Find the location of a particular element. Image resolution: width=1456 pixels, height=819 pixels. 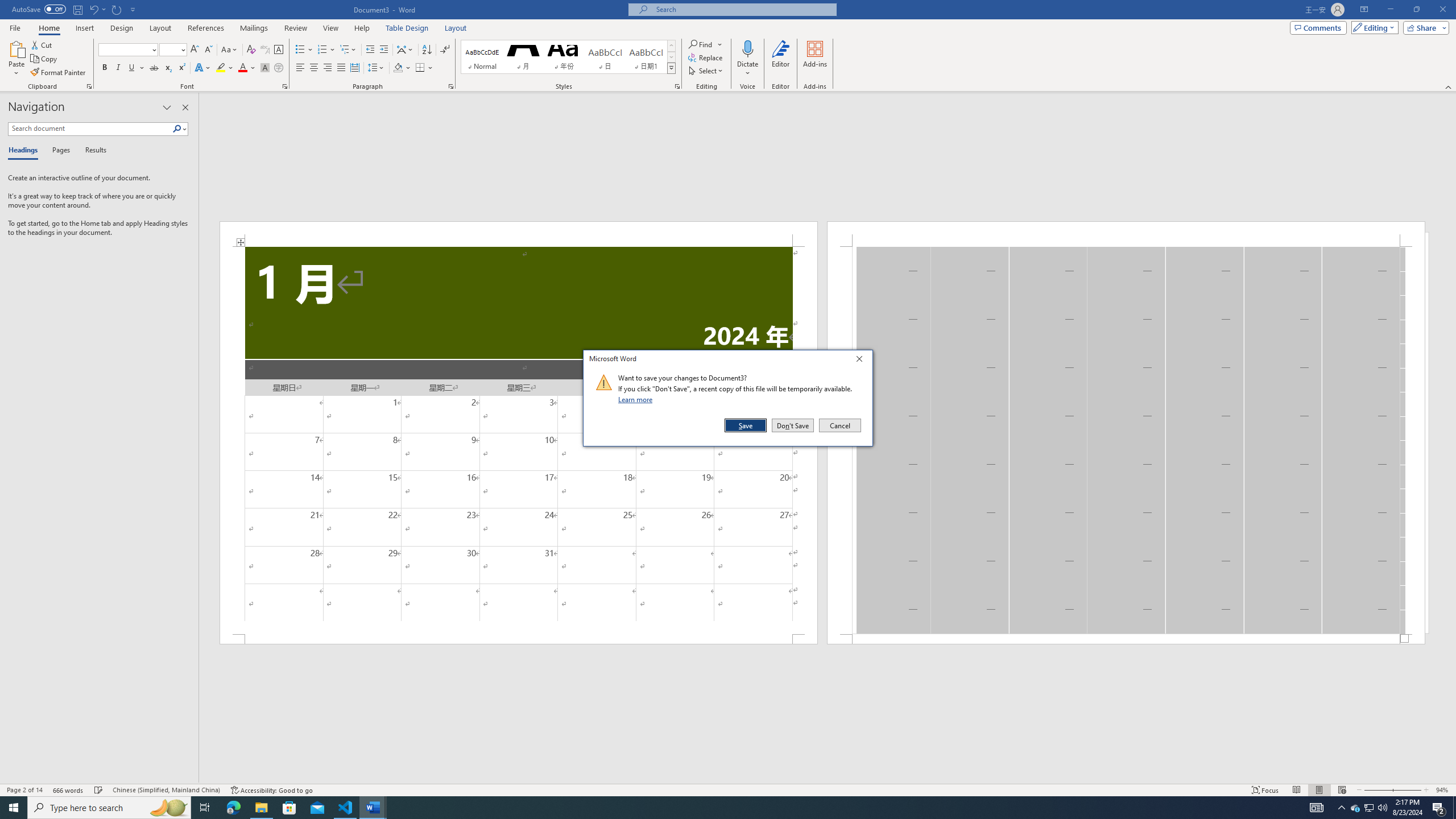

'Q2790: 100%' is located at coordinates (1381, 806).